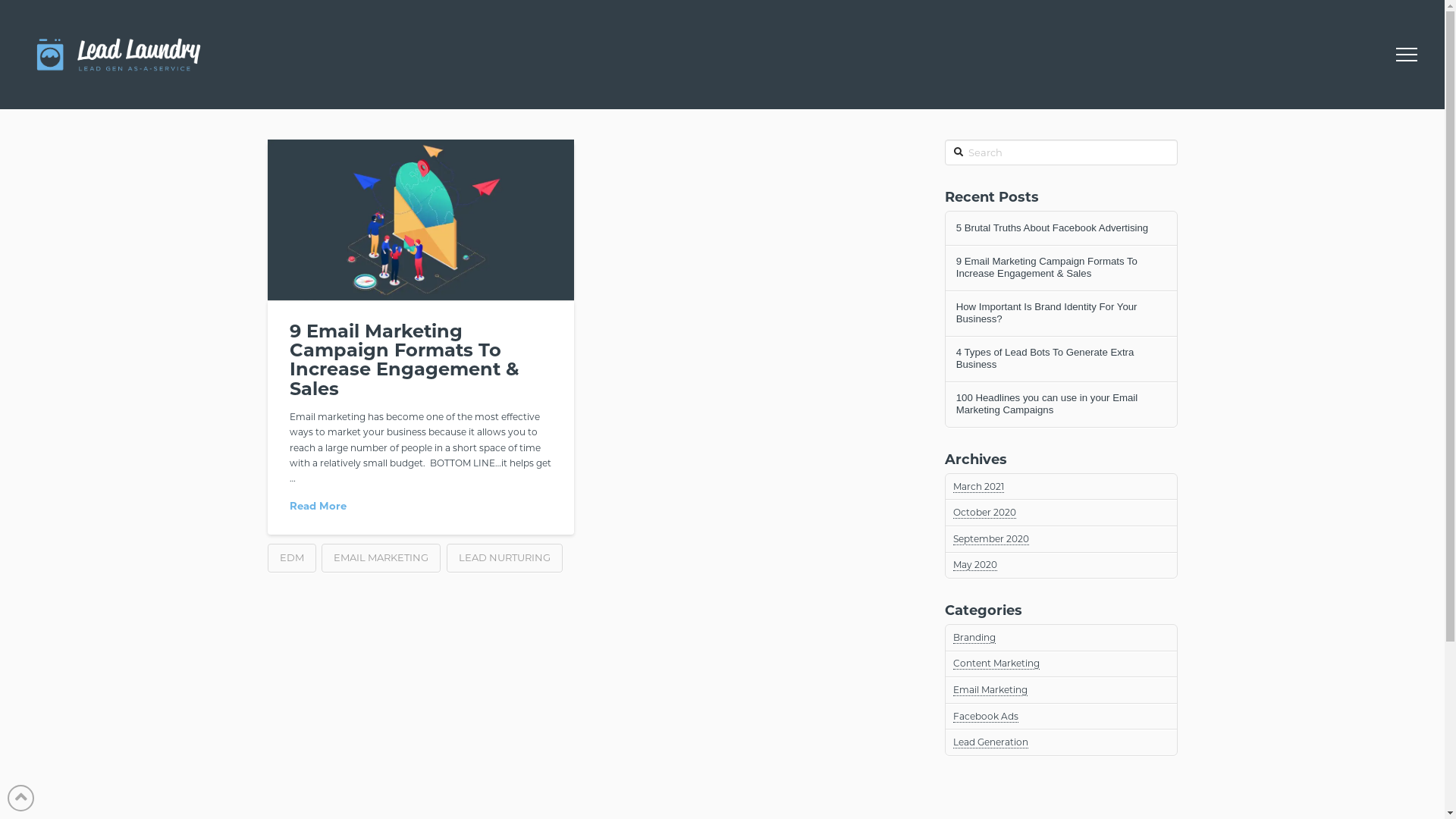  I want to click on 'May 2020', so click(975, 564).